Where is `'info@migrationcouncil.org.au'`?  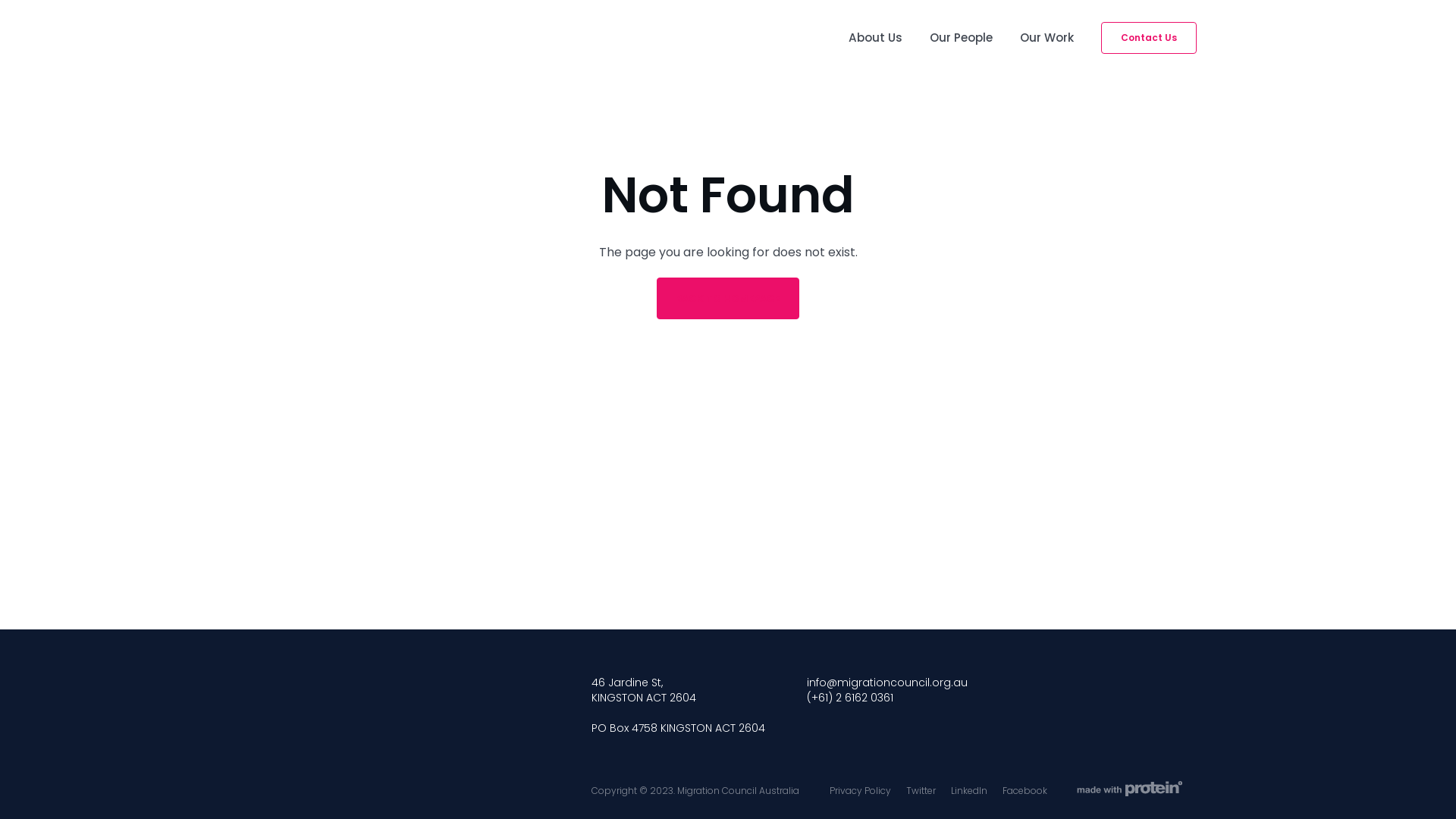 'info@migrationcouncil.org.au' is located at coordinates (887, 681).